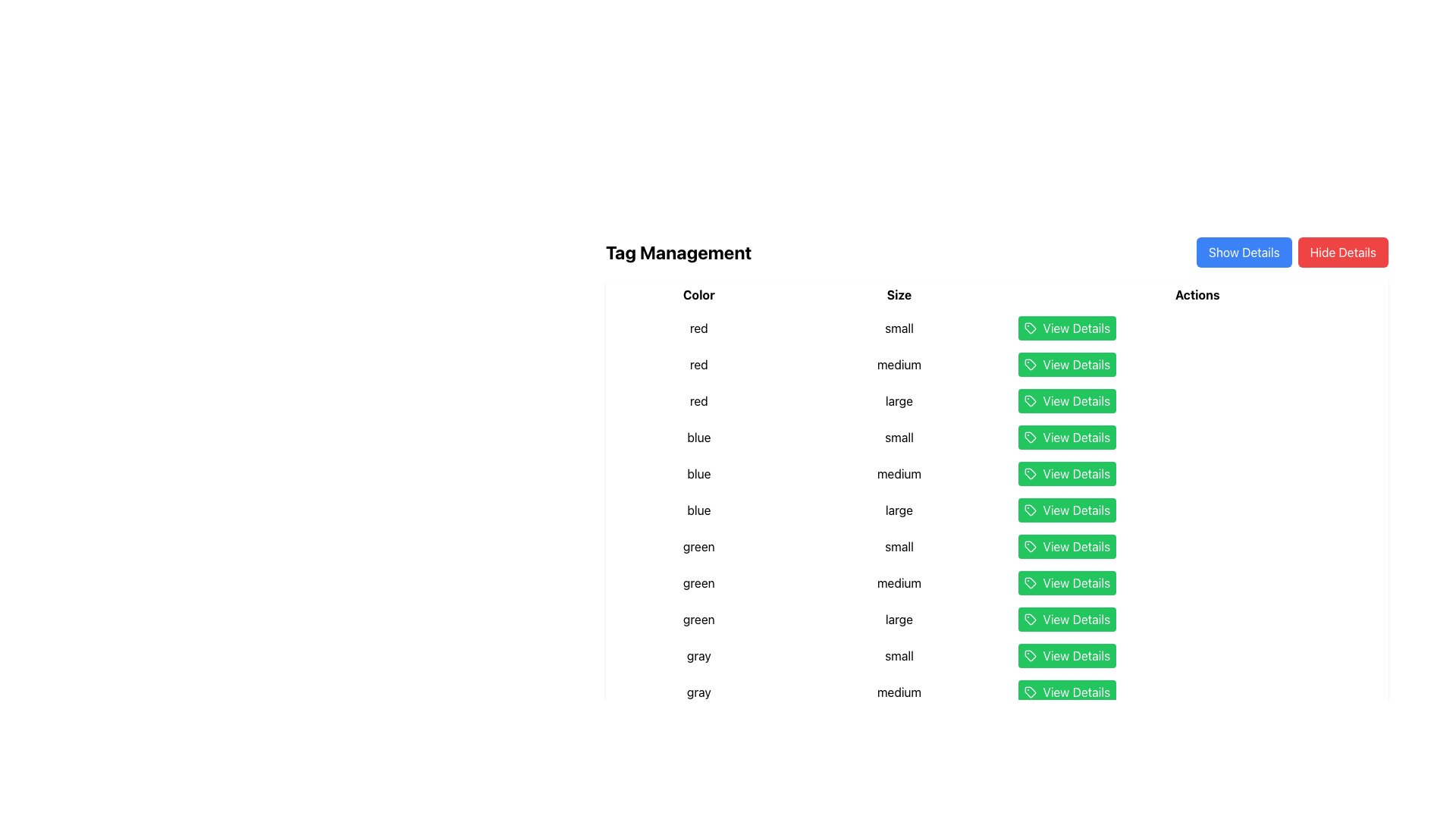  What do you see at coordinates (1031, 654) in the screenshot?
I see `the 'View Details' button that contains the green tag icon located on the left side of the button, found in the row where 'Color' is 'gray' and 'Size' is 'small'` at bounding box center [1031, 654].